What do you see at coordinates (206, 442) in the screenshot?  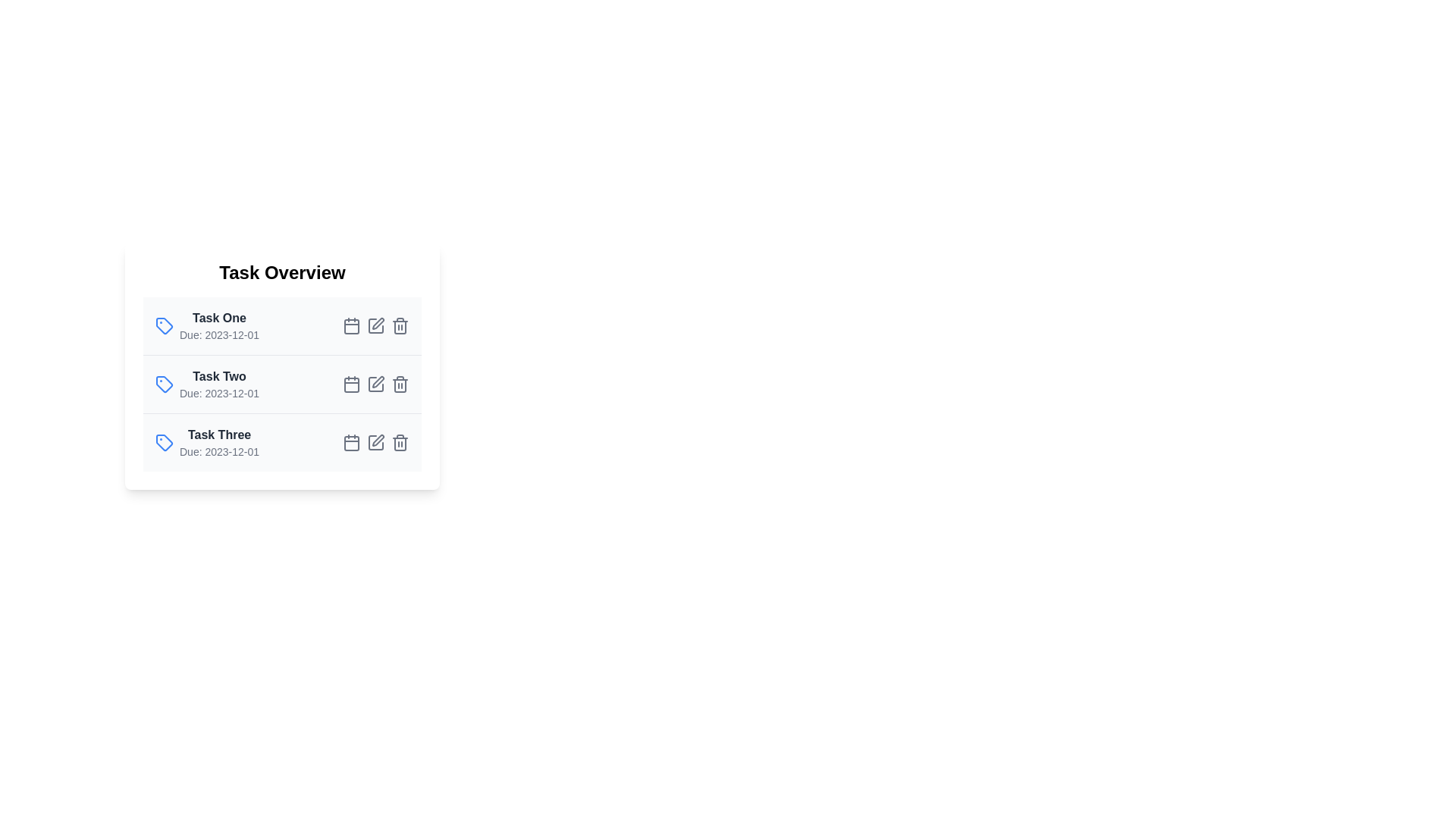 I see `information from the task entry located in the third row of the task management interface, which provides details about the task's name and due date` at bounding box center [206, 442].